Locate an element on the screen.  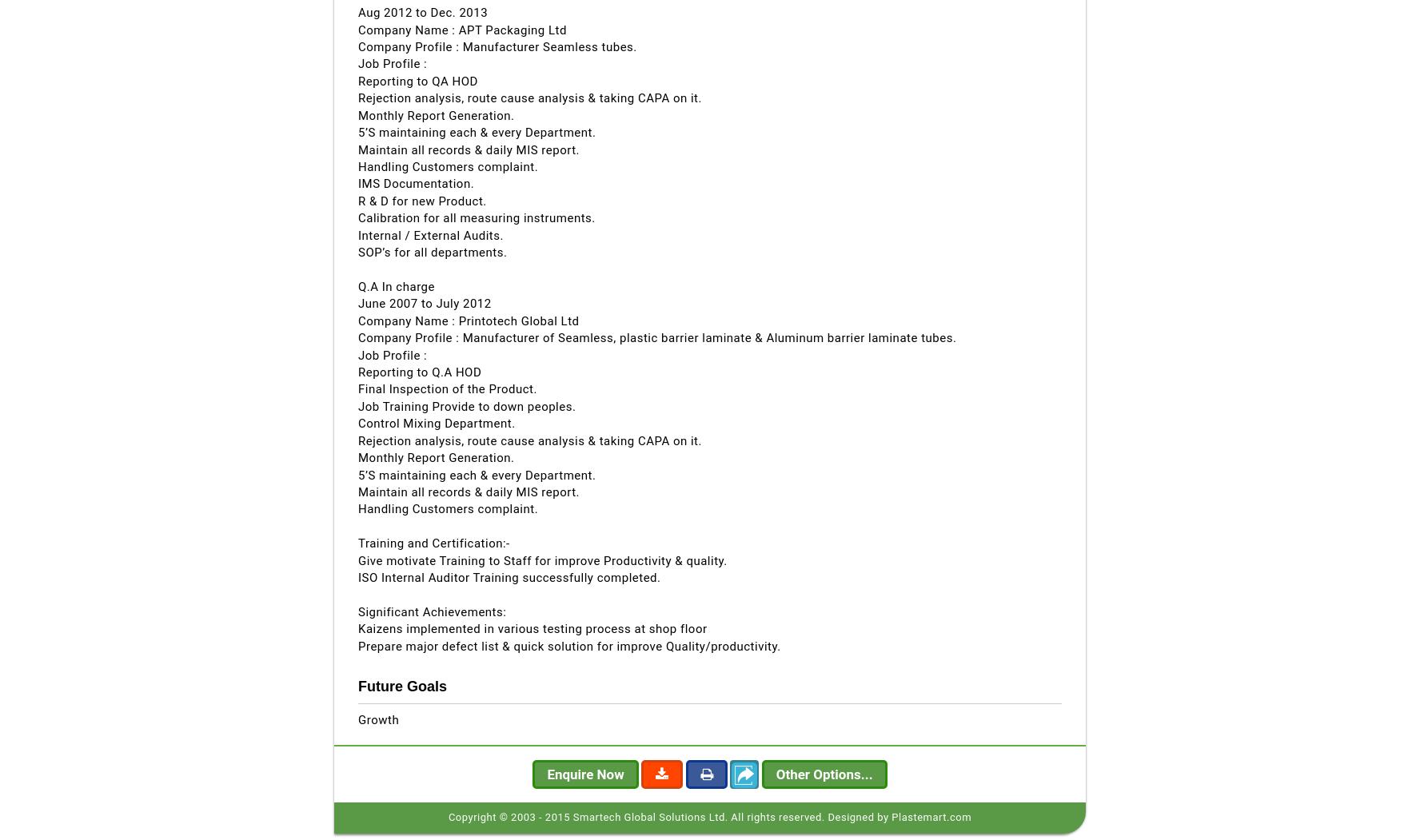
'Reporting to QA HOD' is located at coordinates (417, 81).